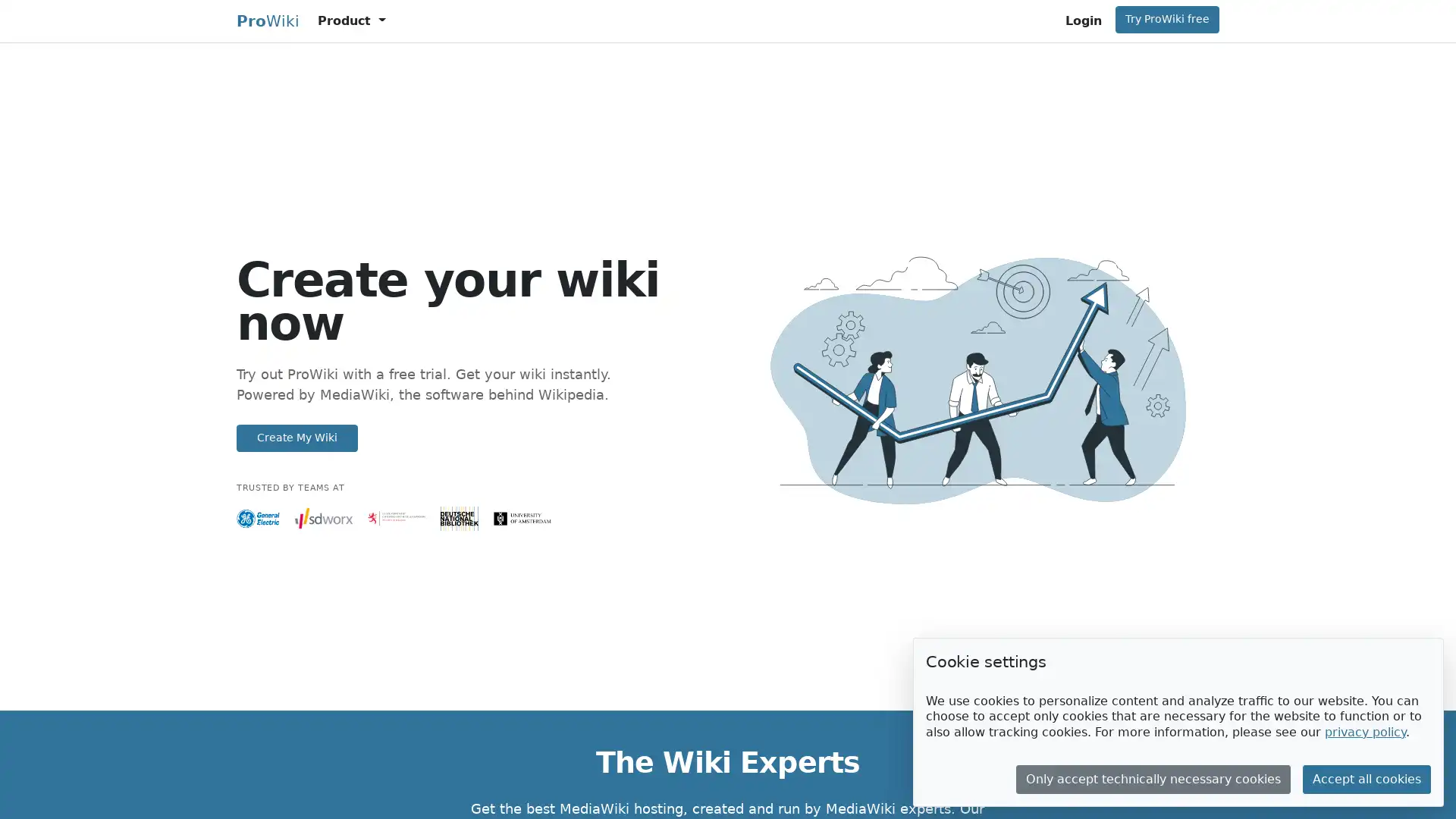 The height and width of the screenshot is (819, 1456). I want to click on Accept all cookies, so click(1367, 780).